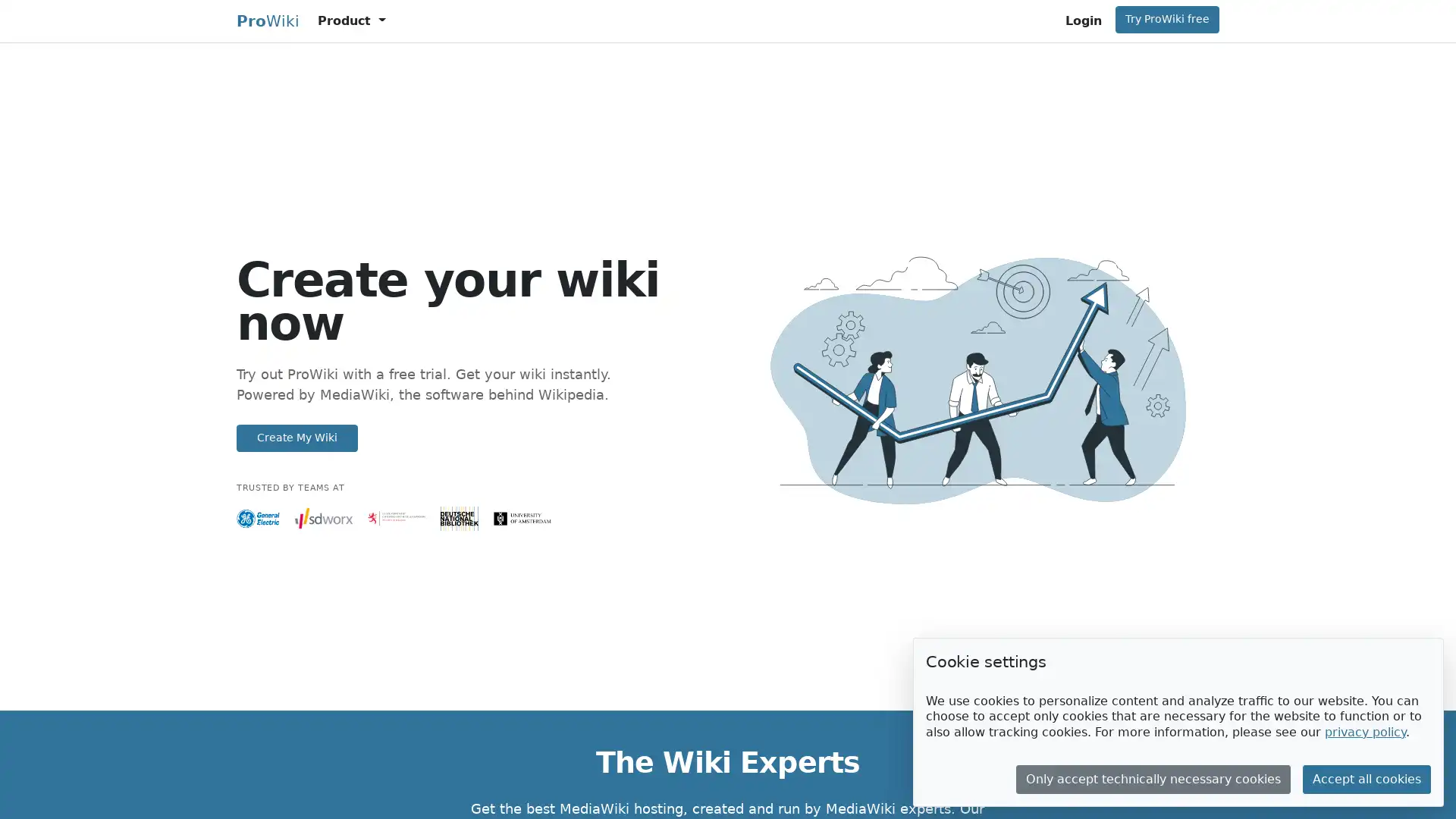 The height and width of the screenshot is (819, 1456). I want to click on Accept all cookies, so click(1367, 780).